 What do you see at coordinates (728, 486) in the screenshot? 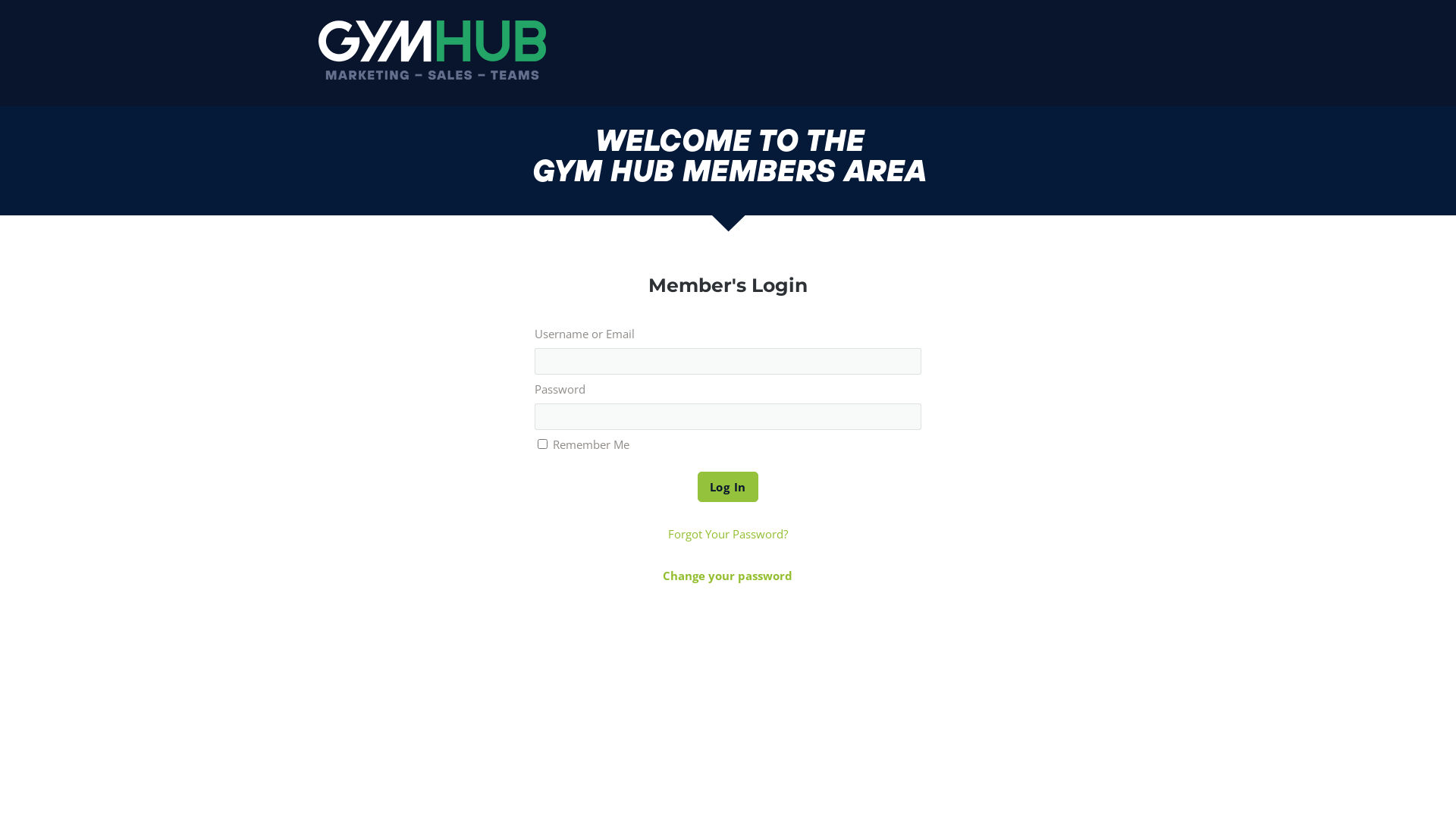
I see `'Log In'` at bounding box center [728, 486].